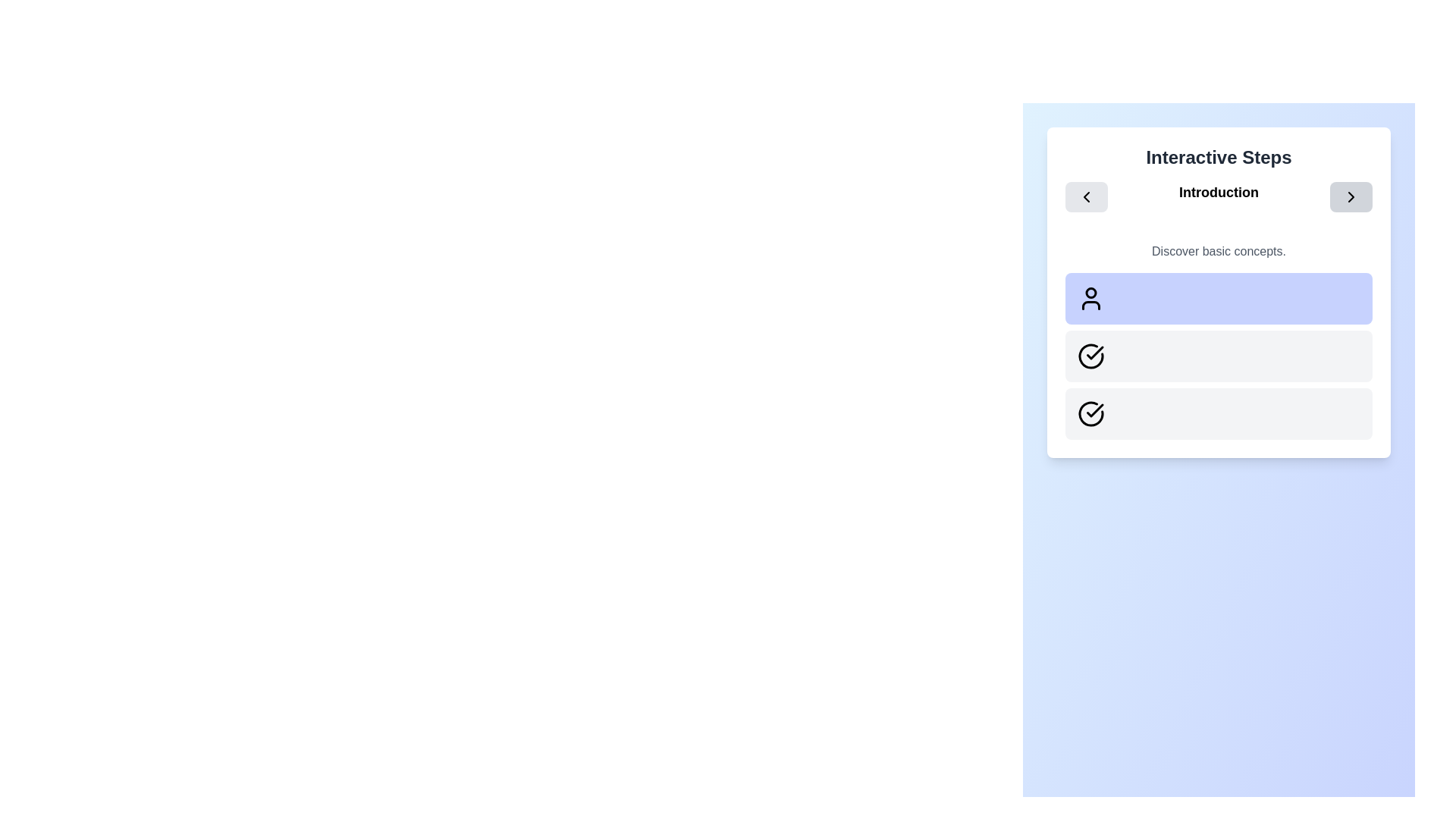 Image resolution: width=1456 pixels, height=819 pixels. Describe the element at coordinates (1219, 356) in the screenshot. I see `the second Step indicator panel in the vertical sequence` at that location.